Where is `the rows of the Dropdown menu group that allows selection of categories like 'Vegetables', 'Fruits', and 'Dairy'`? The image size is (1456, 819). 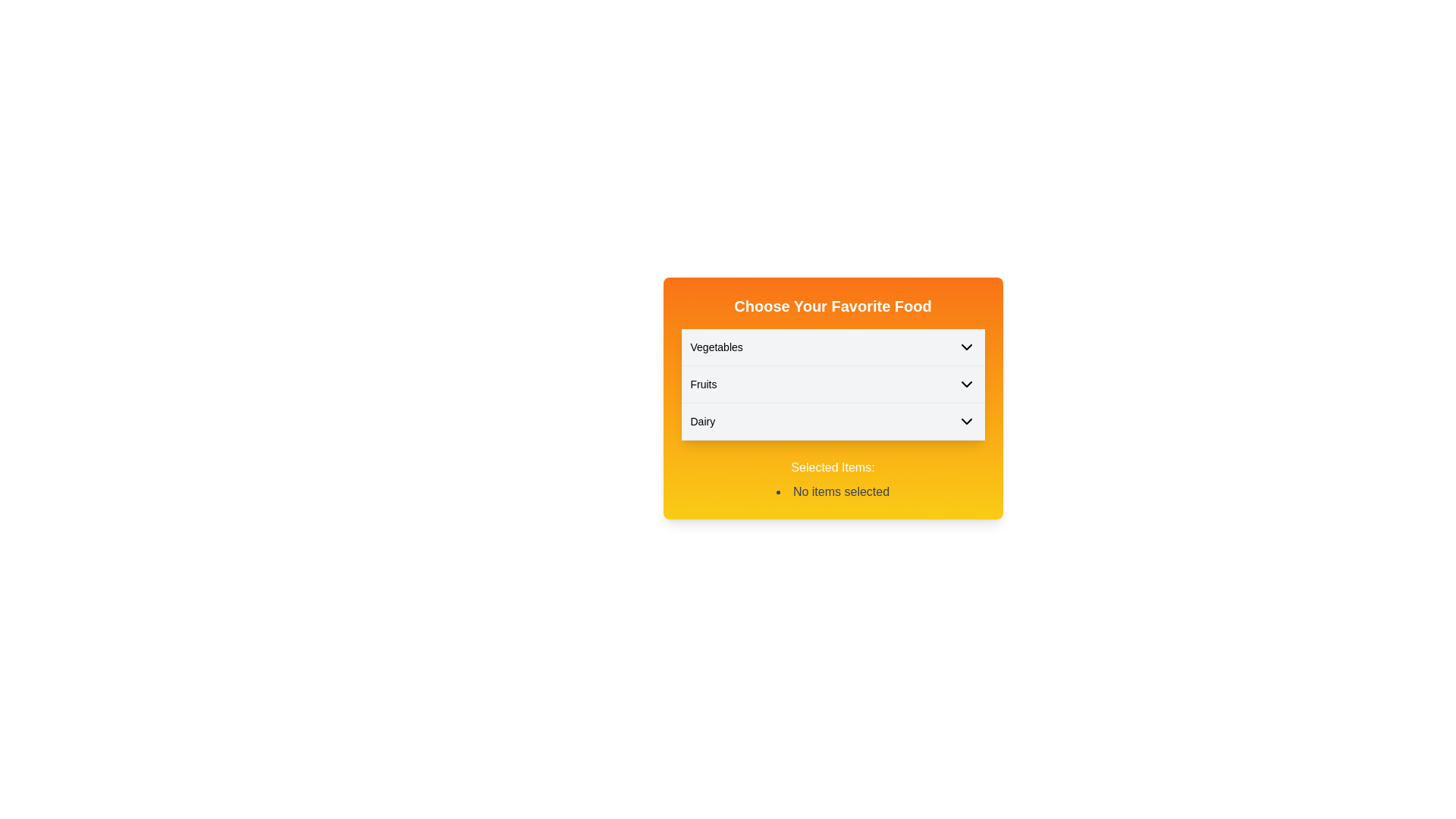
the rows of the Dropdown menu group that allows selection of categories like 'Vegetables', 'Fruits', and 'Dairy' is located at coordinates (832, 384).